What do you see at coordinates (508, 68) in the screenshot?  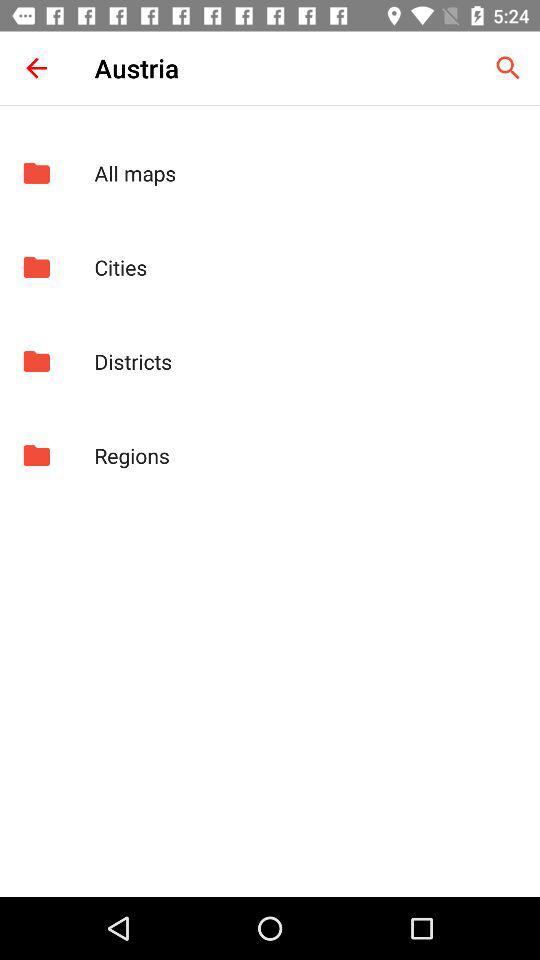 I see `icon to the right of austria item` at bounding box center [508, 68].